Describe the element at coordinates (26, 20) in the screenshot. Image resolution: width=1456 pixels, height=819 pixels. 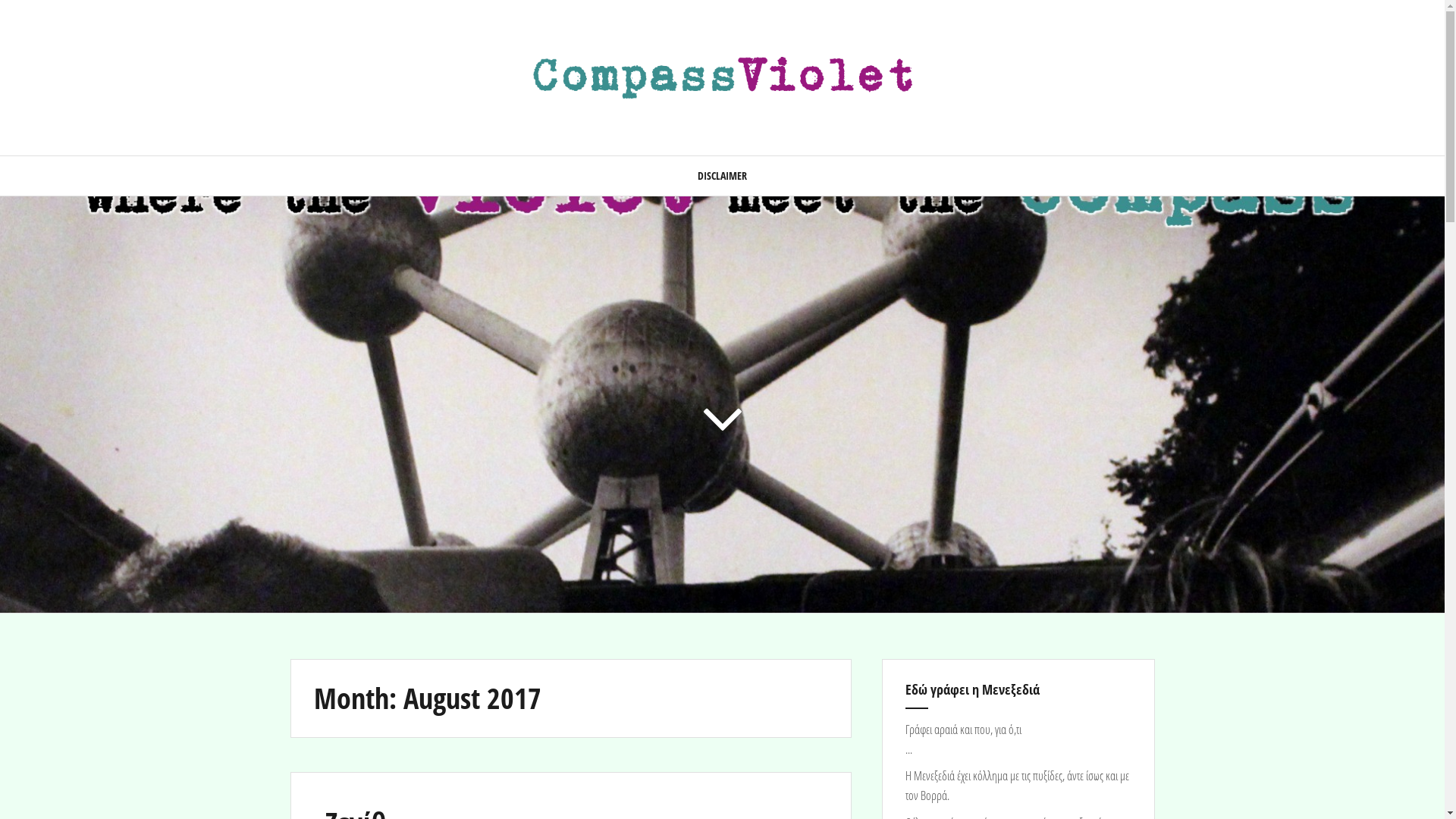
I see `'Search'` at that location.